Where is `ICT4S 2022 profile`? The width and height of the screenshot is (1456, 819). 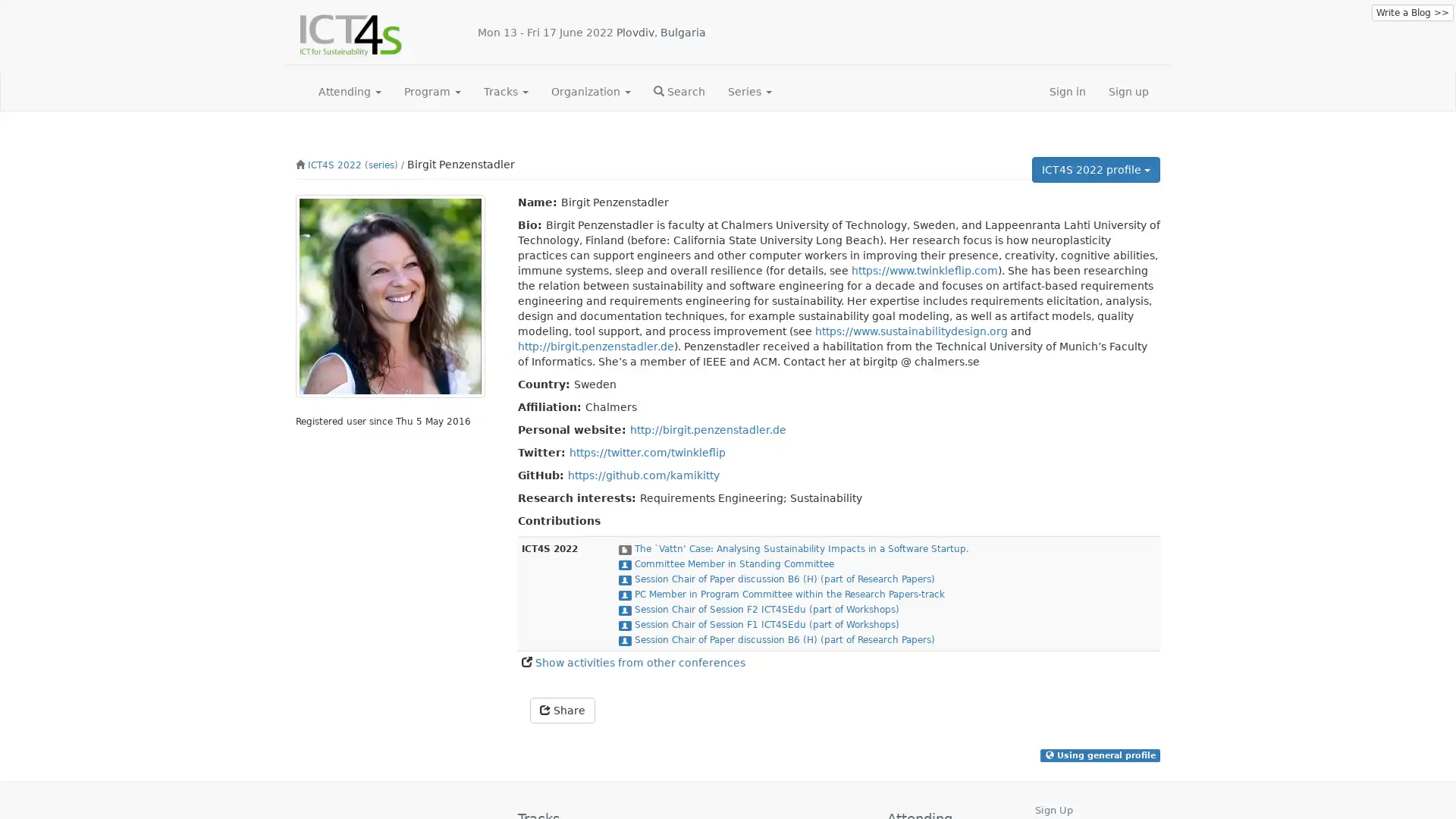
ICT4S 2022 profile is located at coordinates (1096, 169).